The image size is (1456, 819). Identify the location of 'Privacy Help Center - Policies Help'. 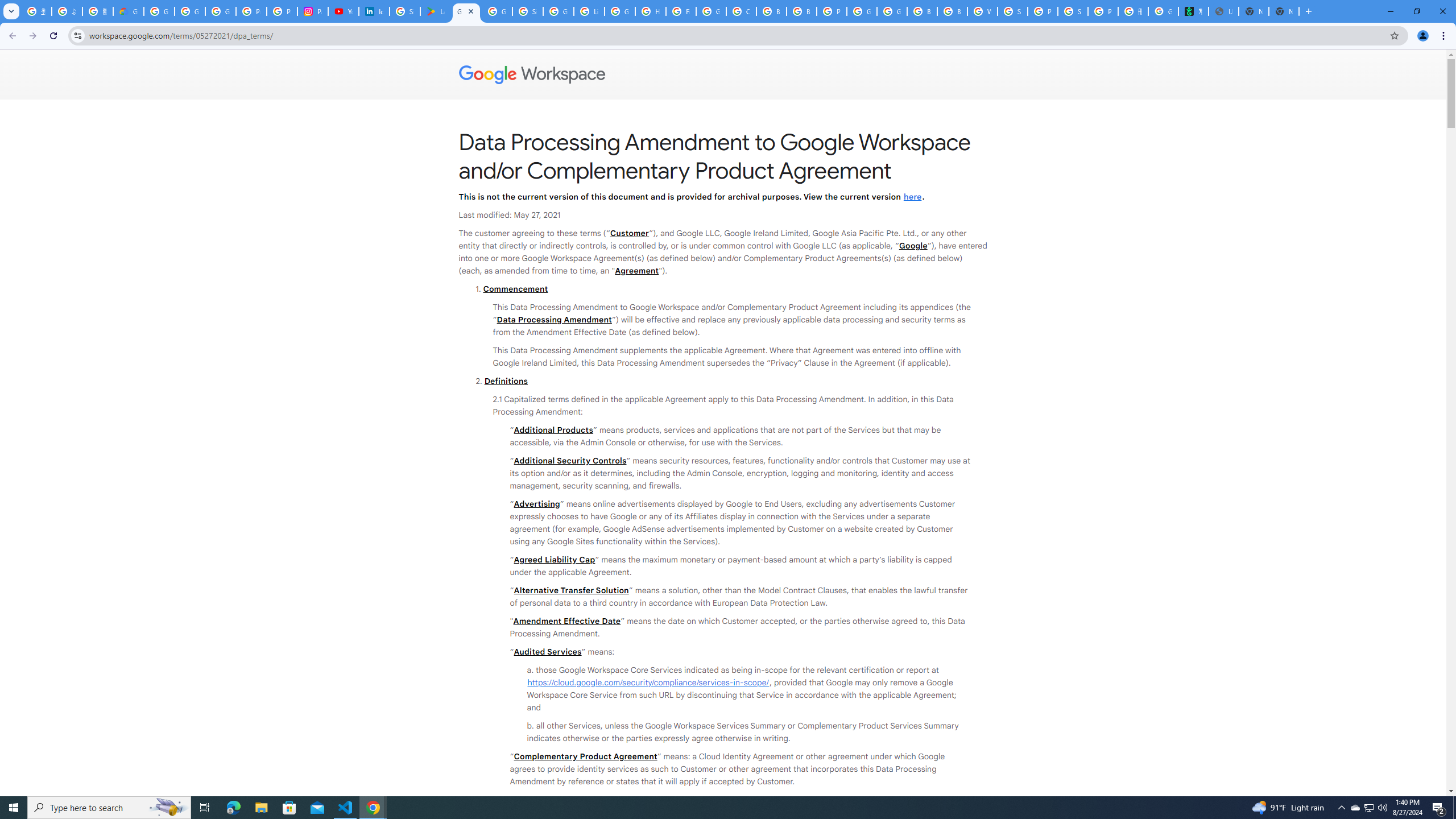
(282, 11).